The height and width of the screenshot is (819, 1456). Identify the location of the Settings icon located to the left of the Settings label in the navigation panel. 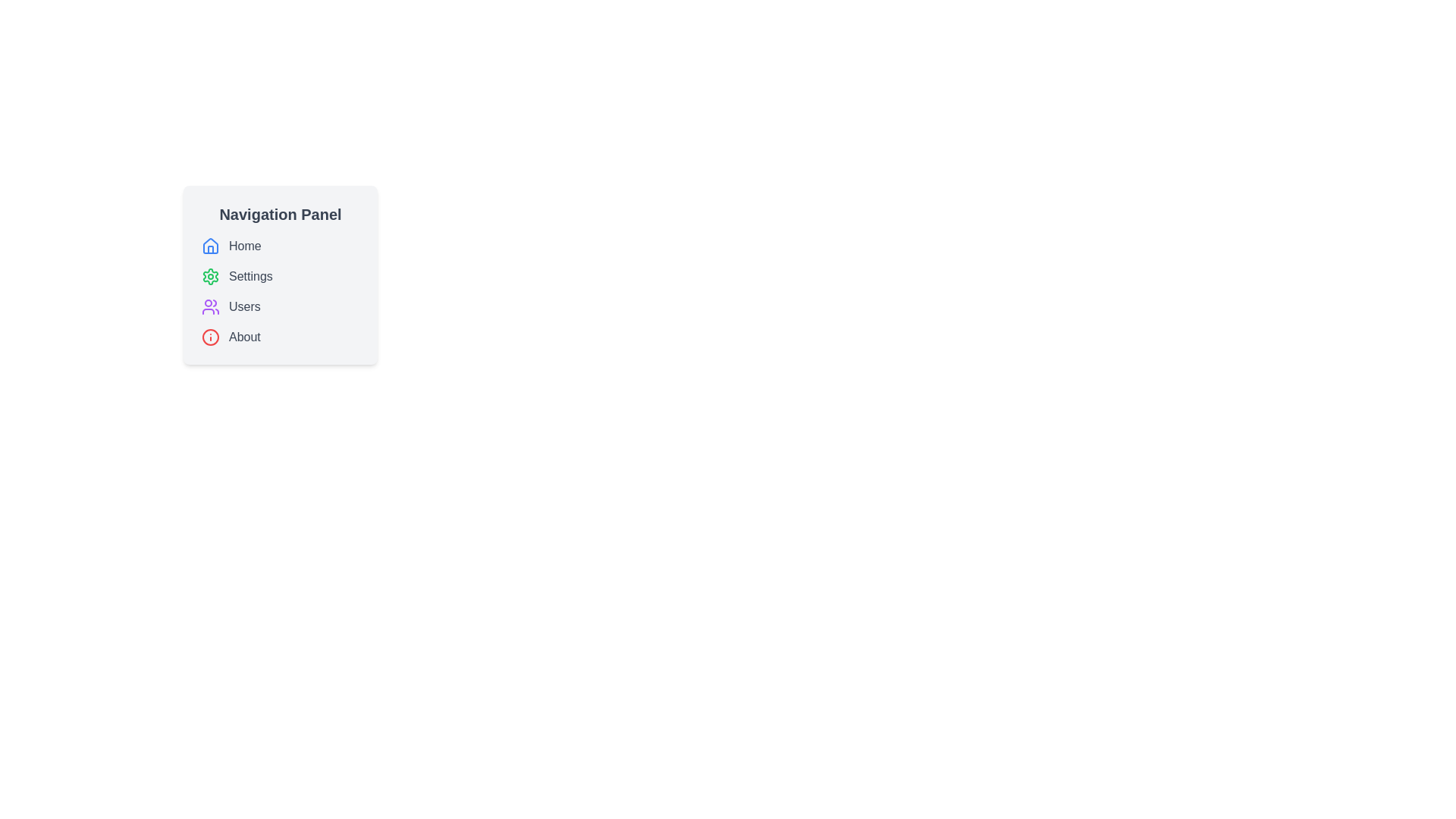
(210, 277).